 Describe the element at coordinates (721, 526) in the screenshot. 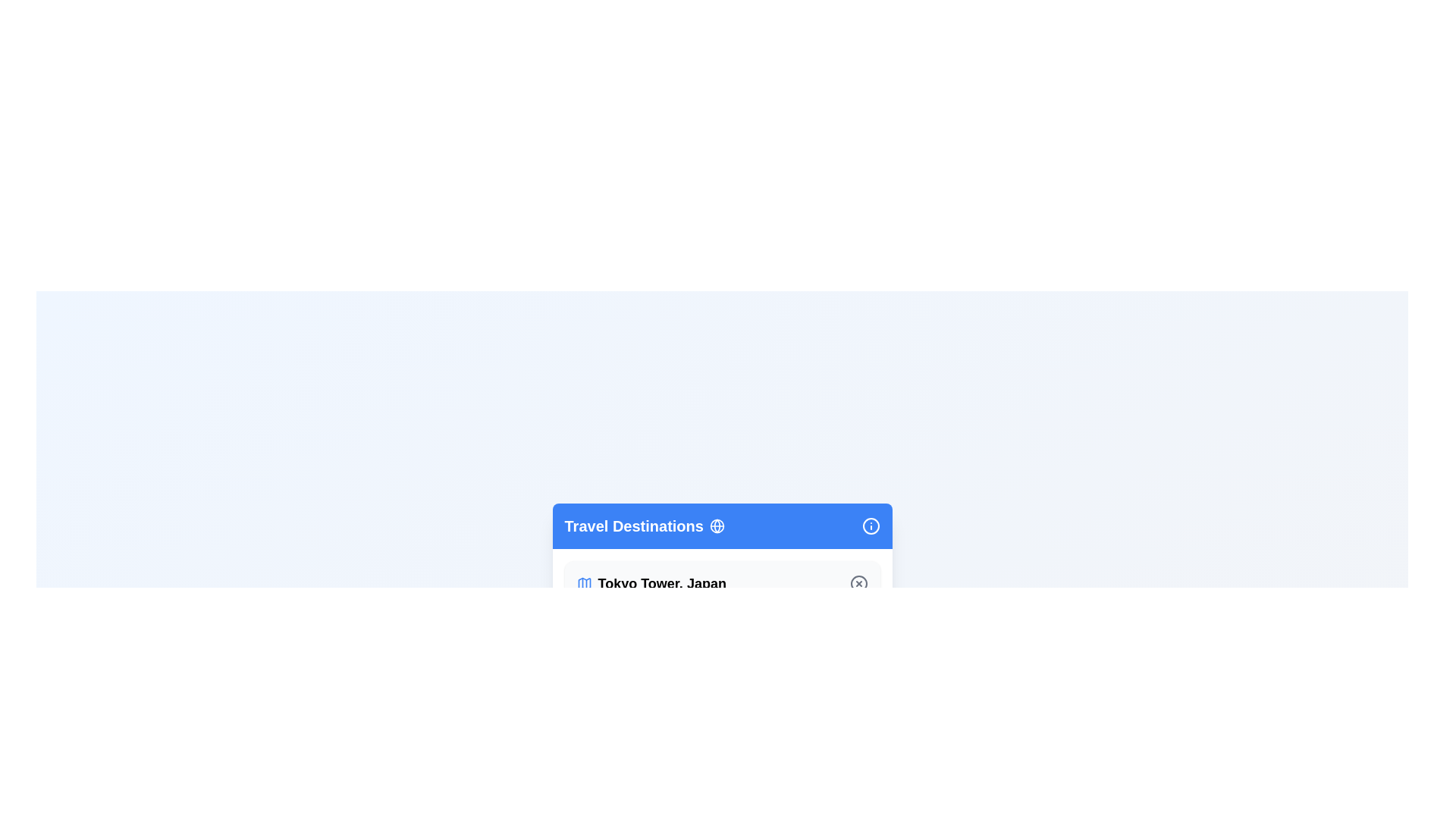

I see `the header bar titled 'Travel Destinations'` at that location.